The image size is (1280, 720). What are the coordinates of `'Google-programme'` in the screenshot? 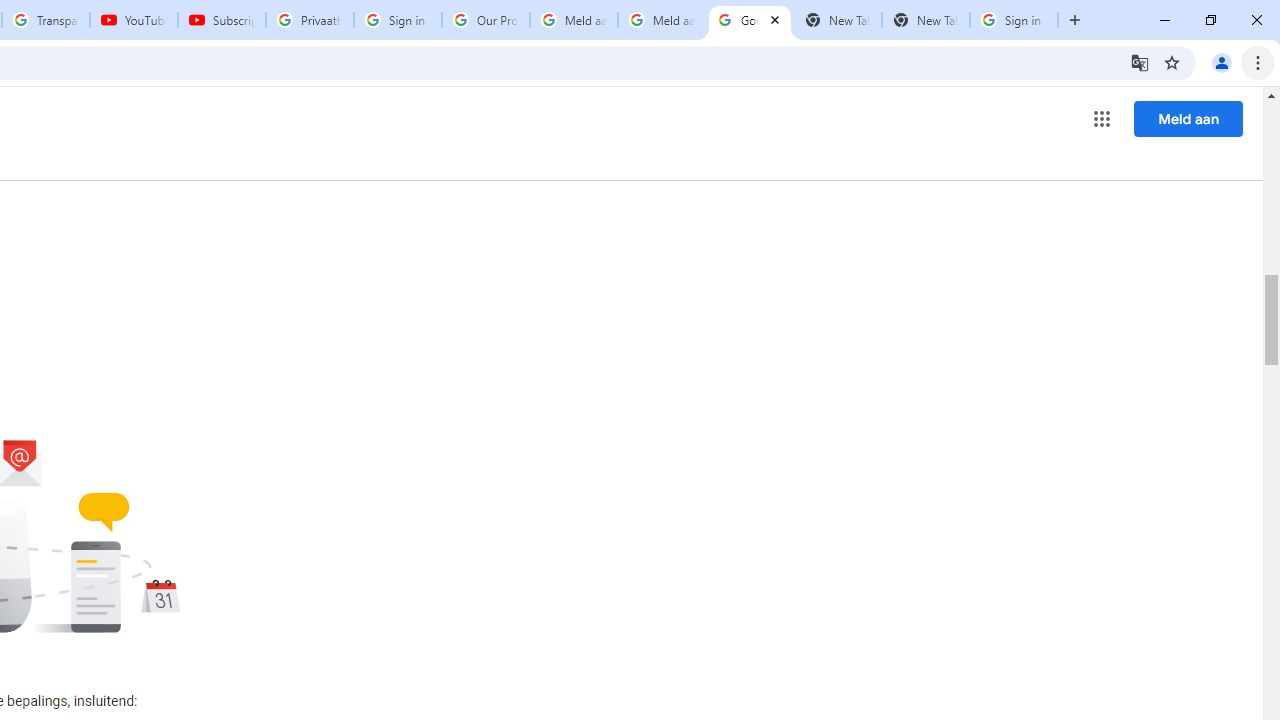 It's located at (1101, 119).